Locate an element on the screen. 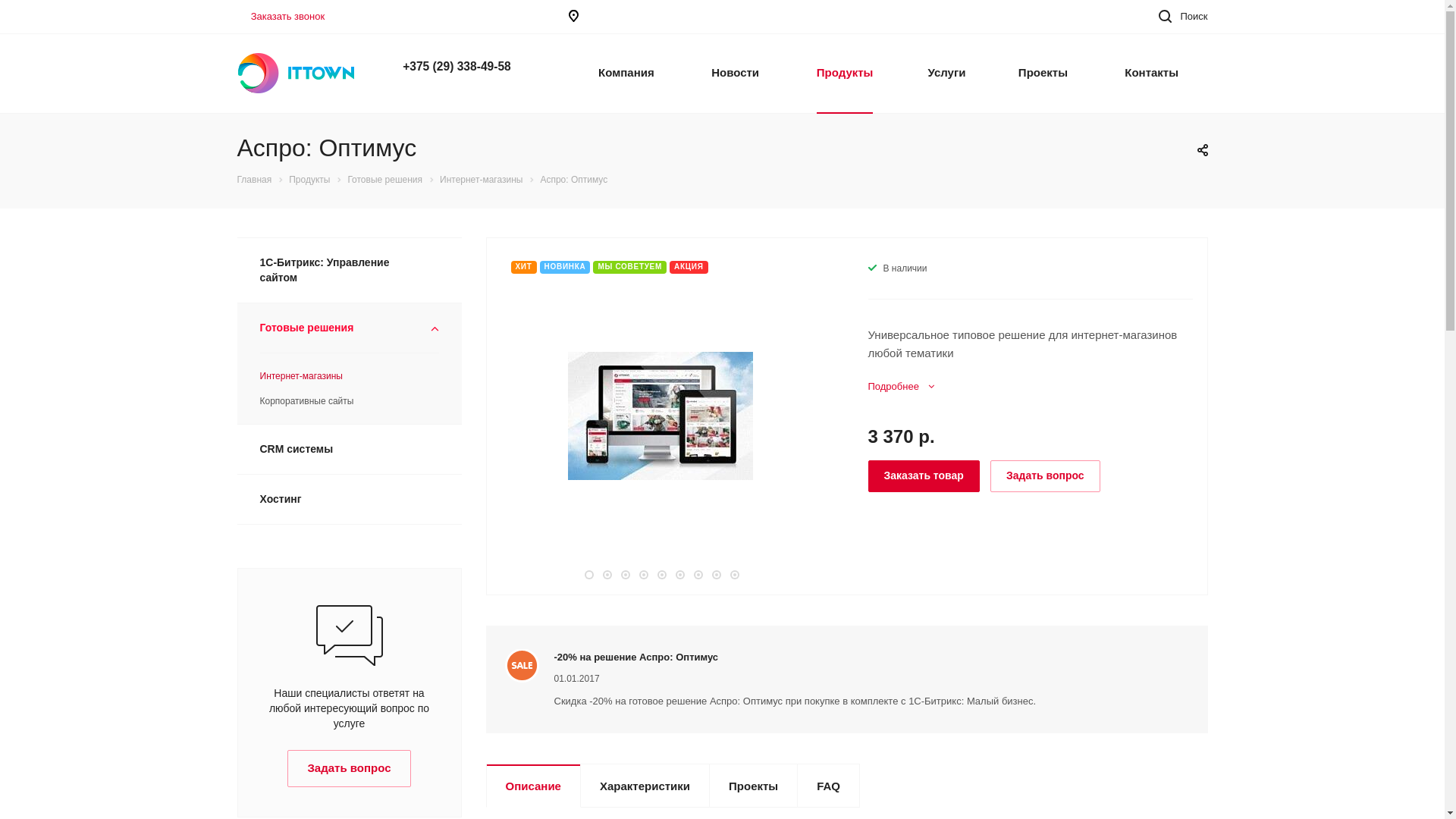  '4' is located at coordinates (643, 575).